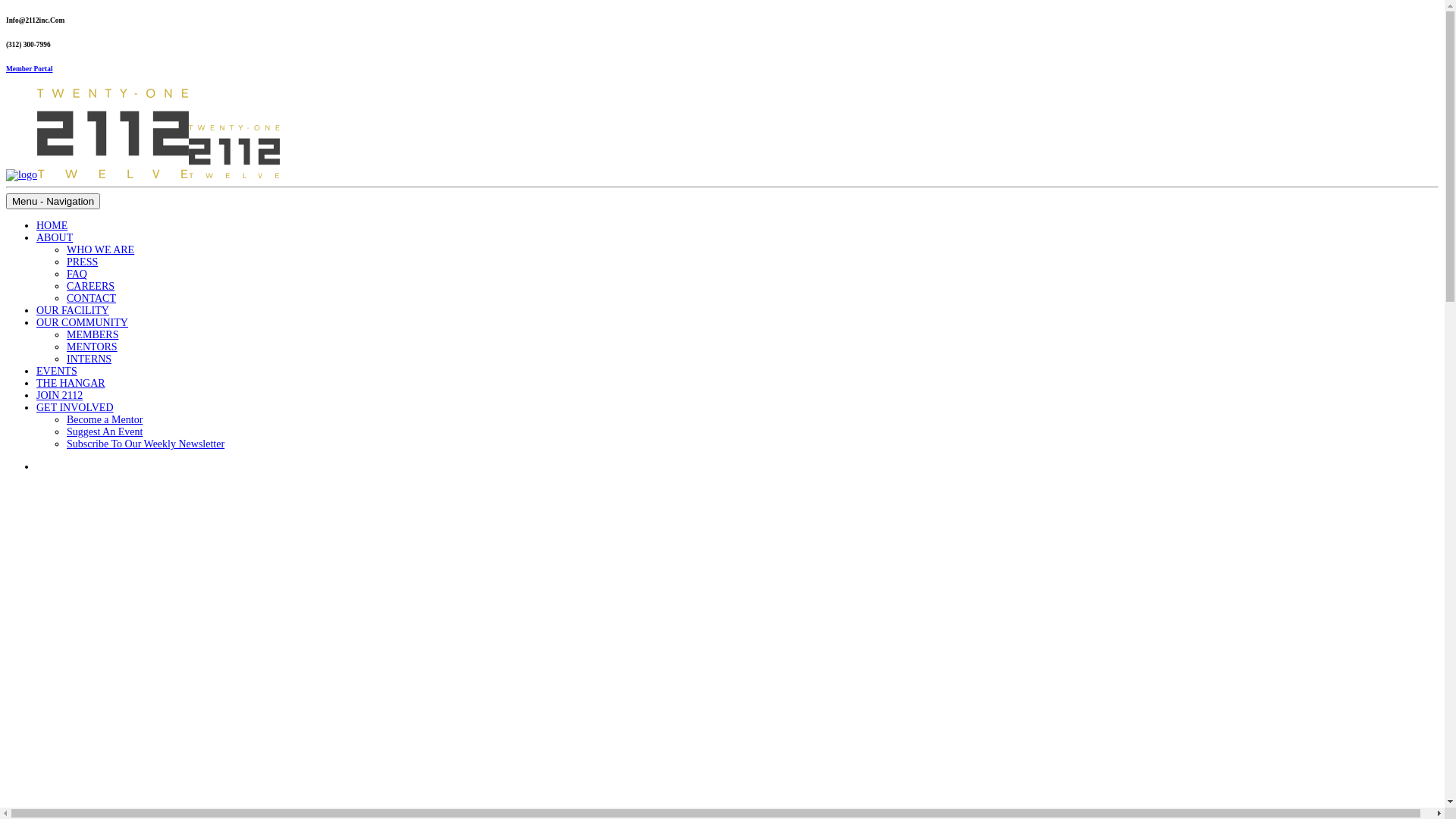  Describe the element at coordinates (89, 286) in the screenshot. I see `'CAREERS'` at that location.